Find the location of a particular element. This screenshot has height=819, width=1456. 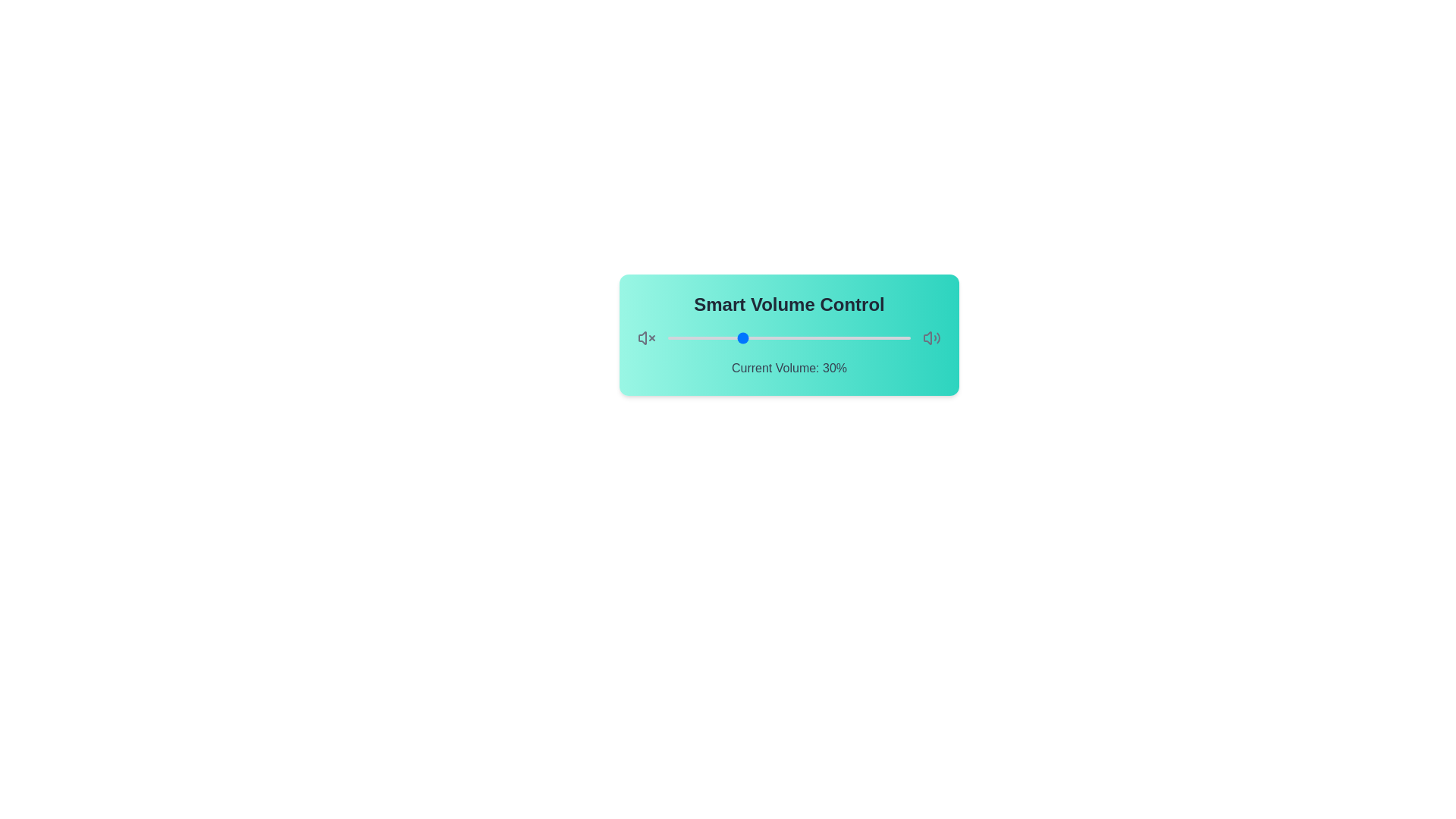

the volume slider to set the volume to 95% is located at coordinates (899, 337).